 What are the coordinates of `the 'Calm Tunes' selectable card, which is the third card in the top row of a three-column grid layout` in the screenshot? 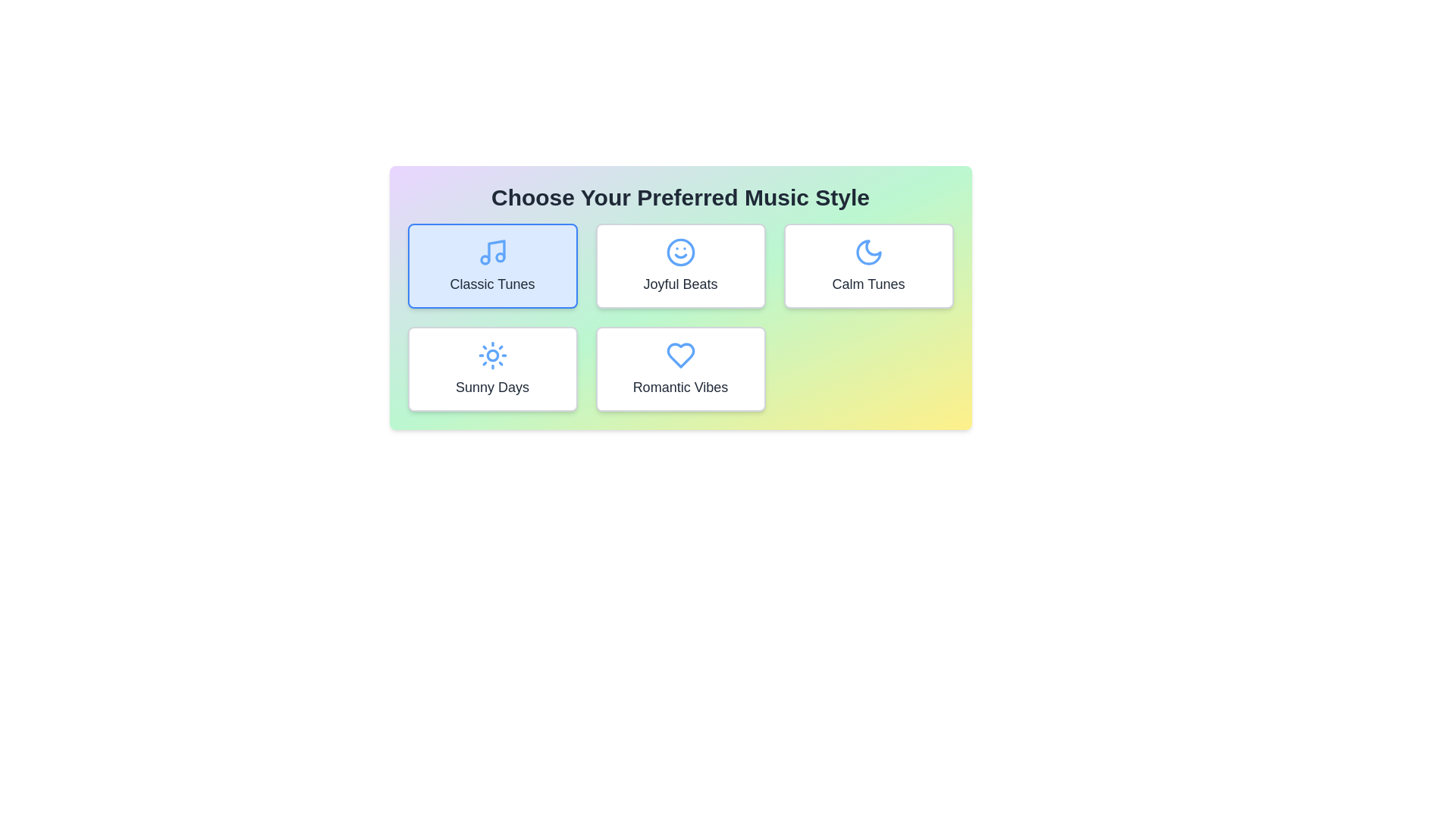 It's located at (868, 265).